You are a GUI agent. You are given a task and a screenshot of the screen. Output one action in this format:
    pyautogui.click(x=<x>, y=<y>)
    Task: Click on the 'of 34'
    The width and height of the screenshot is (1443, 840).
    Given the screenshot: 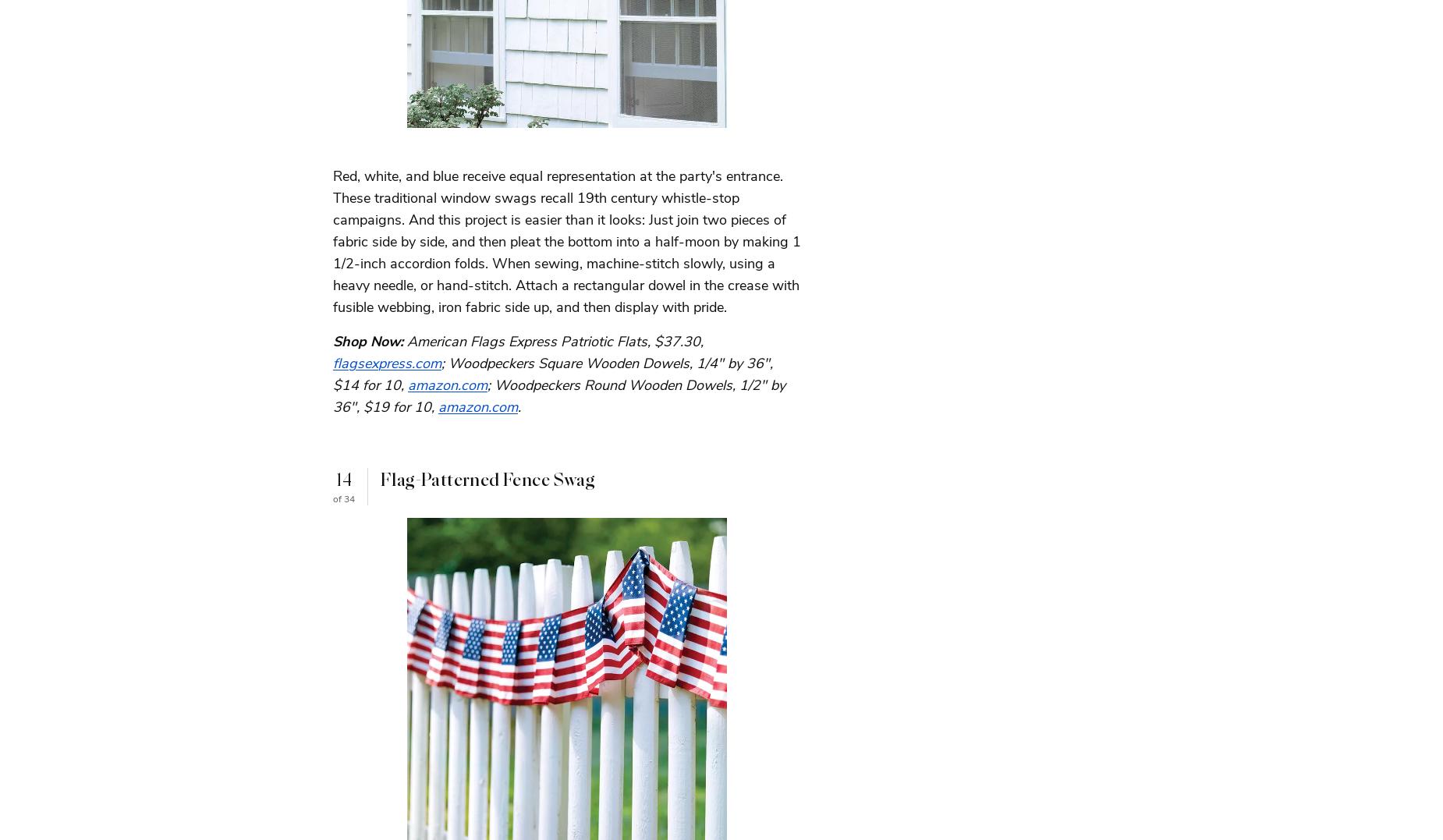 What is the action you would take?
    pyautogui.click(x=343, y=498)
    